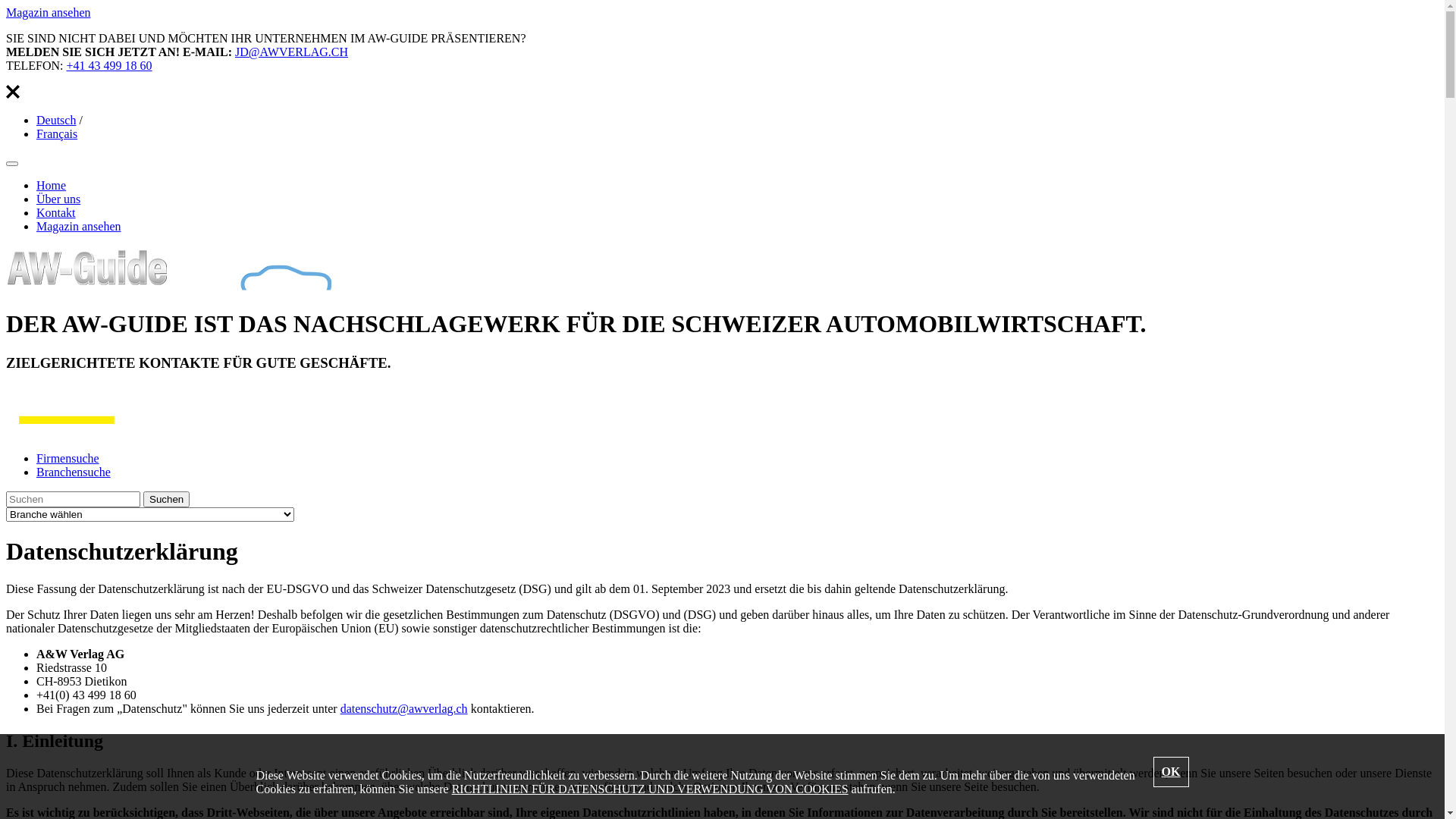  Describe the element at coordinates (291, 51) in the screenshot. I see `'JD@AWVERLAG.CH'` at that location.